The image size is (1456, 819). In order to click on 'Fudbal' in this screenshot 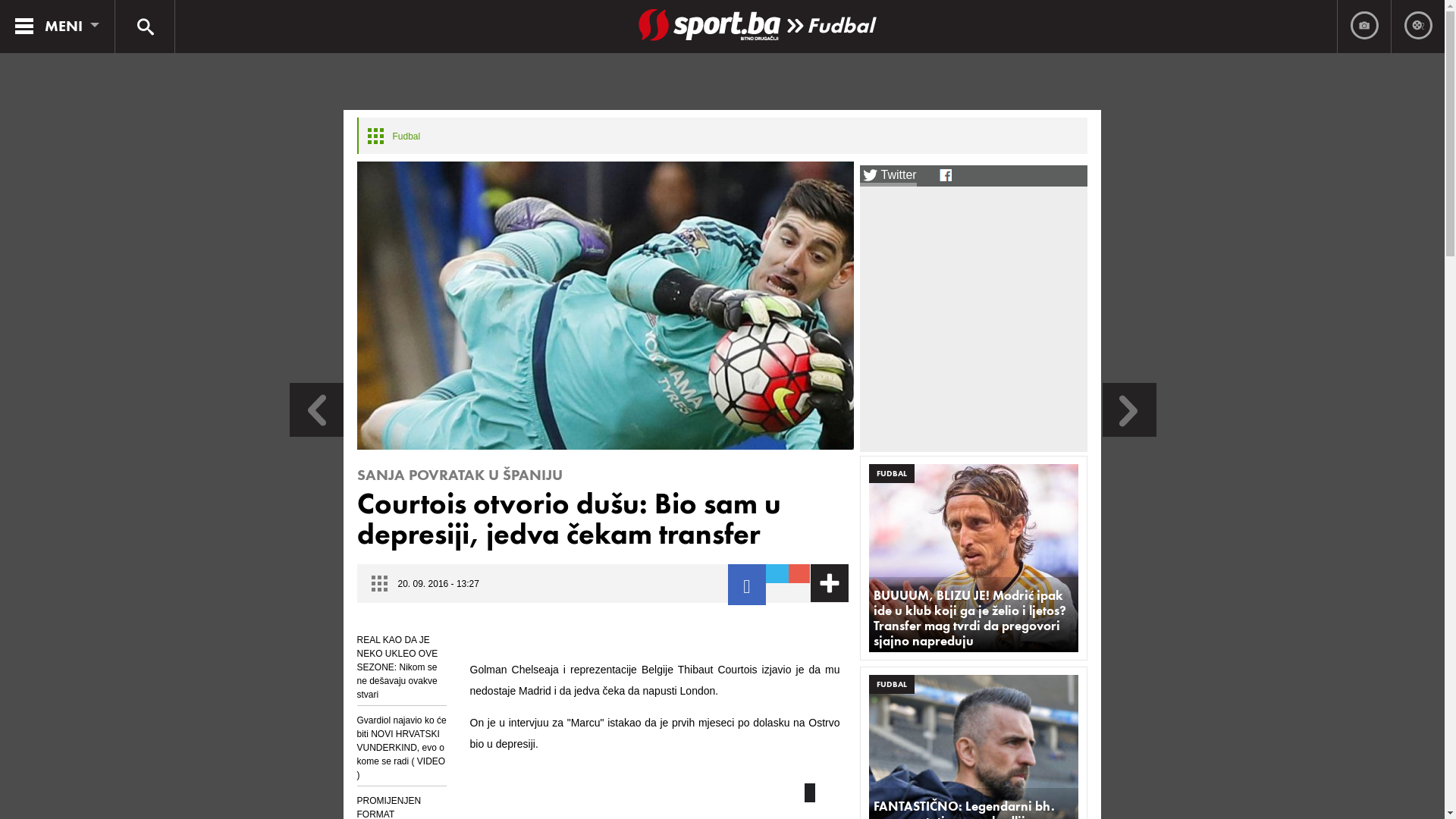, I will do `click(406, 136)`.